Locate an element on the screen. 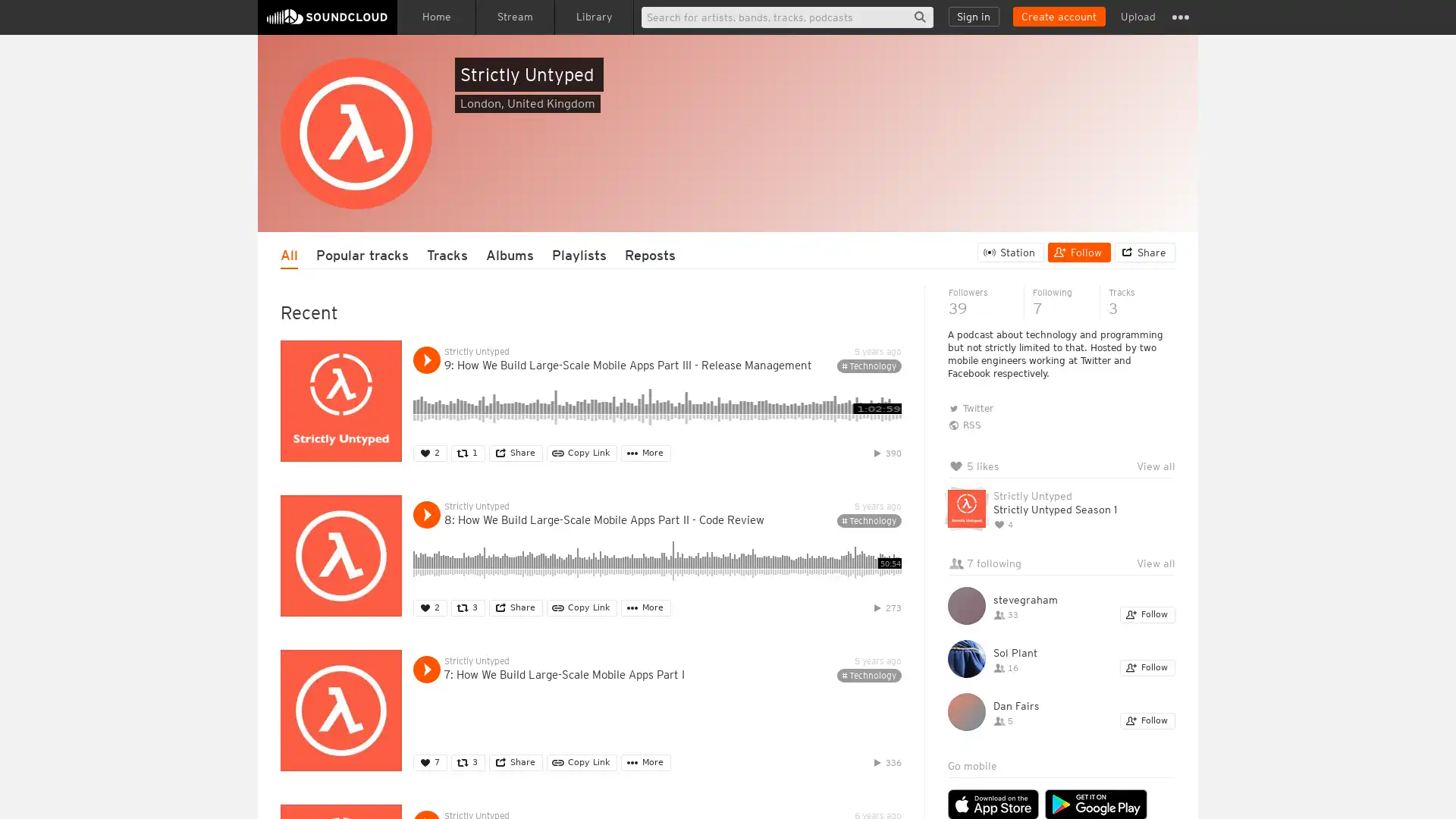  Hide queue is located at coordinates (1165, 414).